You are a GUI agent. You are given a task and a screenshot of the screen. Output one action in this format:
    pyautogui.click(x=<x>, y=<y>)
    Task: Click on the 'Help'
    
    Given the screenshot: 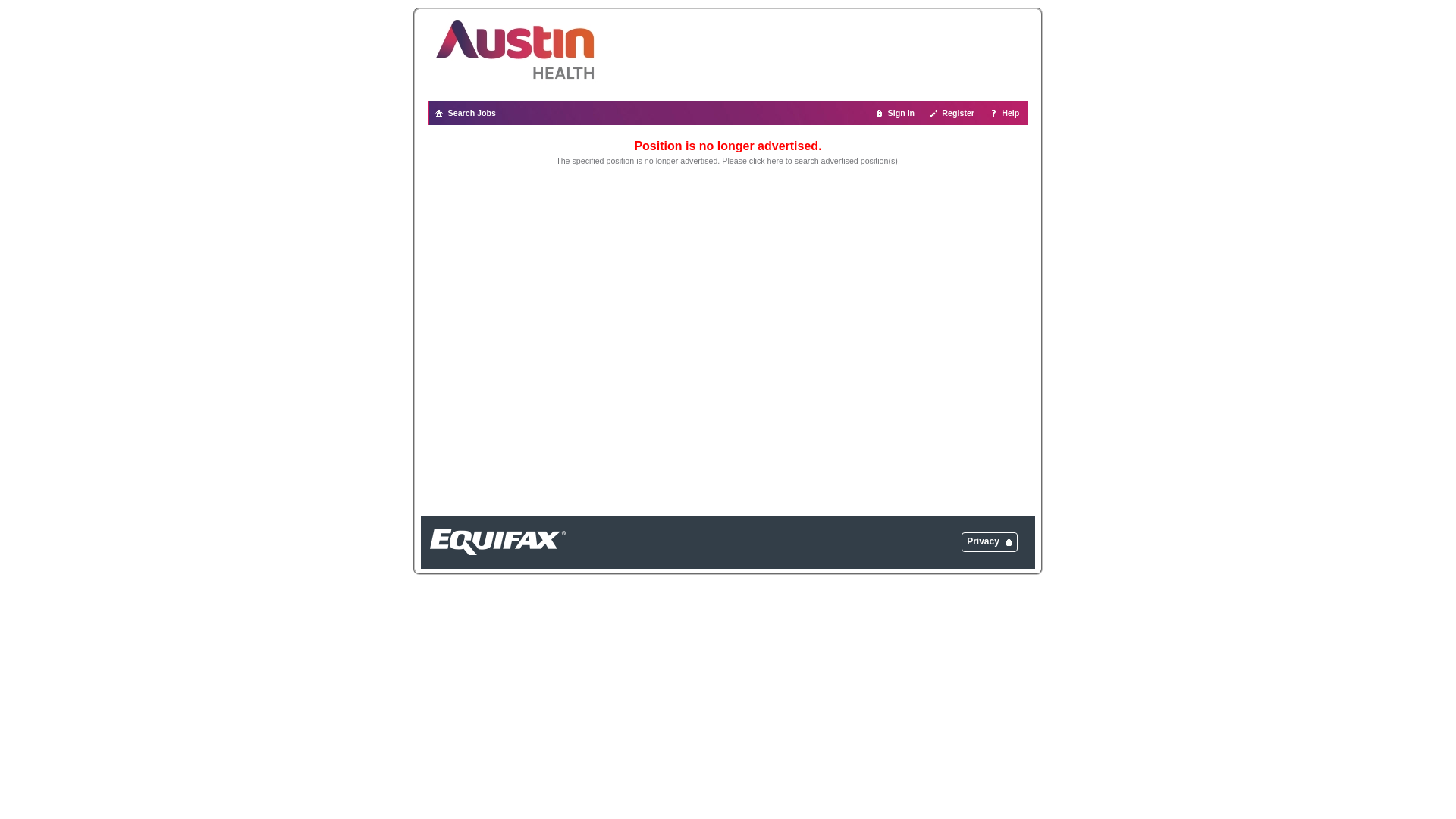 What is the action you would take?
    pyautogui.click(x=1005, y=112)
    